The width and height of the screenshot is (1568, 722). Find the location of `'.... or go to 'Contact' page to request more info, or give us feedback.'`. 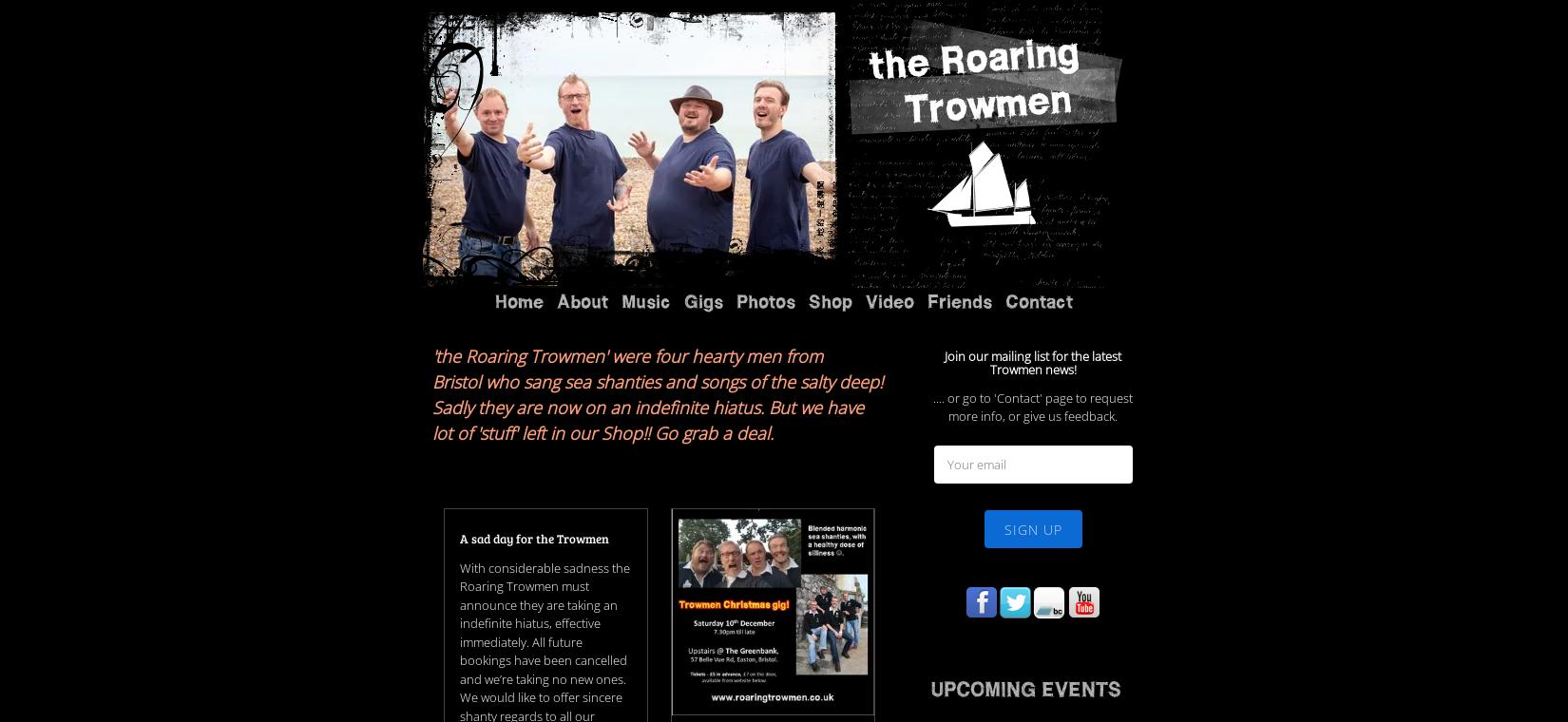

'.... or go to 'Contact' page to request more info, or give us feedback.' is located at coordinates (1033, 172).